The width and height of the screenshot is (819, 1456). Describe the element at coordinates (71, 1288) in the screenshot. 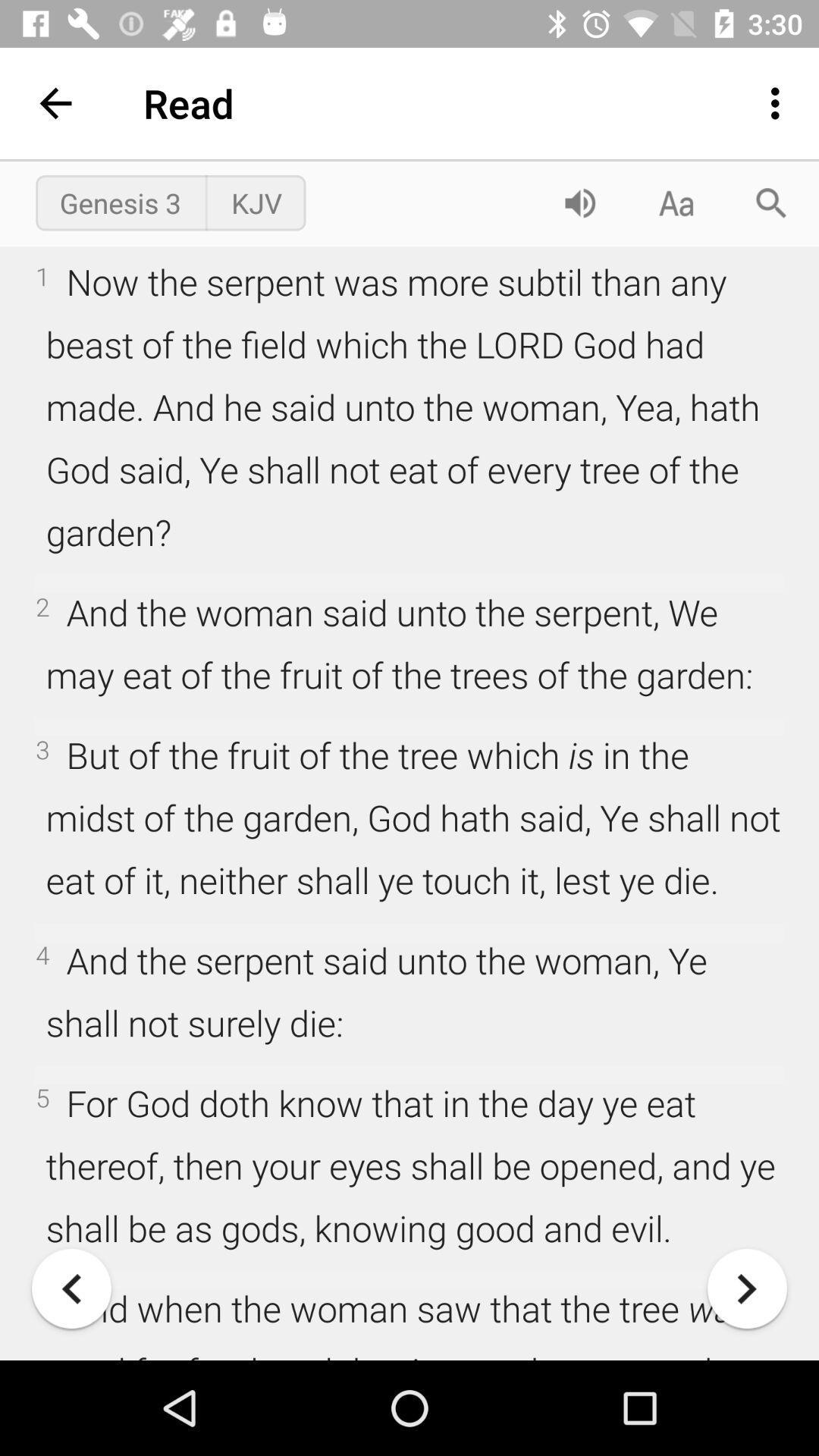

I see `the arrow_backward icon` at that location.